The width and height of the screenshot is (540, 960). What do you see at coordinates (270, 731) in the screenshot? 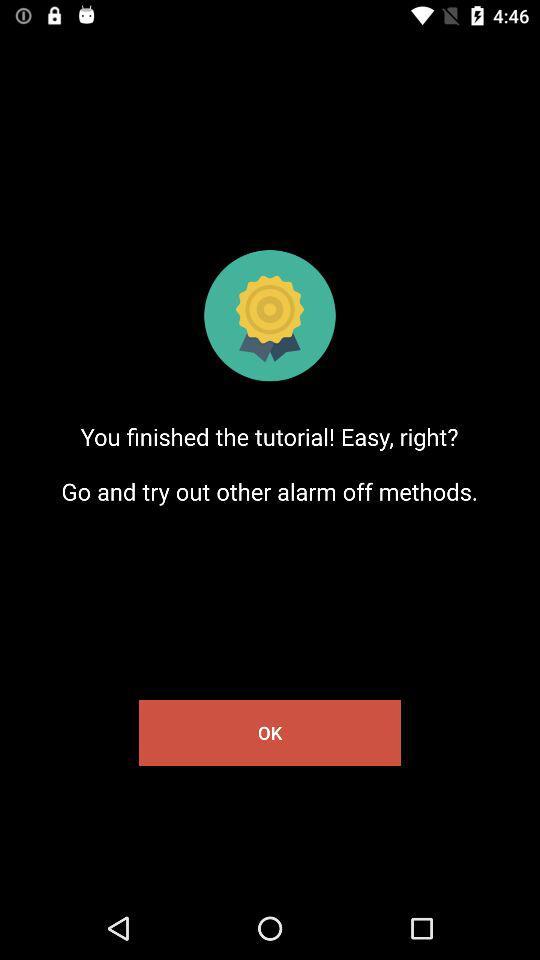
I see `the ok item` at bounding box center [270, 731].